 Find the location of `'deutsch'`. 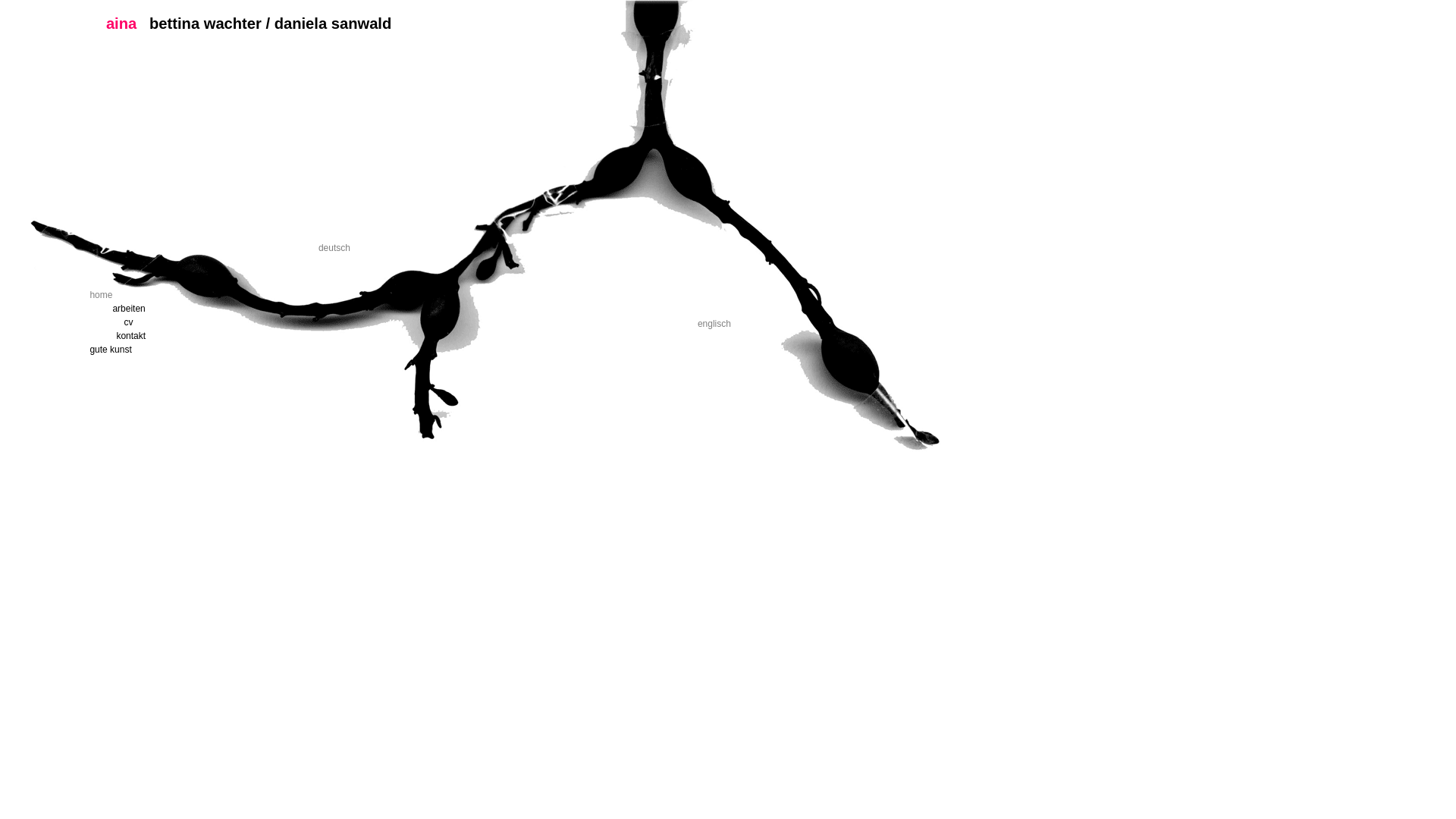

'deutsch' is located at coordinates (334, 247).